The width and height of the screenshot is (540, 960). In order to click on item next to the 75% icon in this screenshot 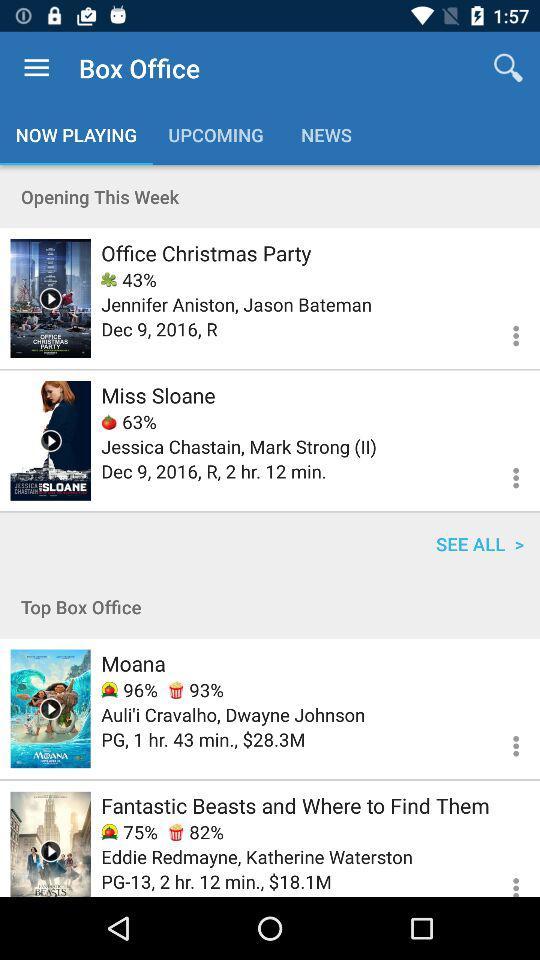, I will do `click(196, 832)`.